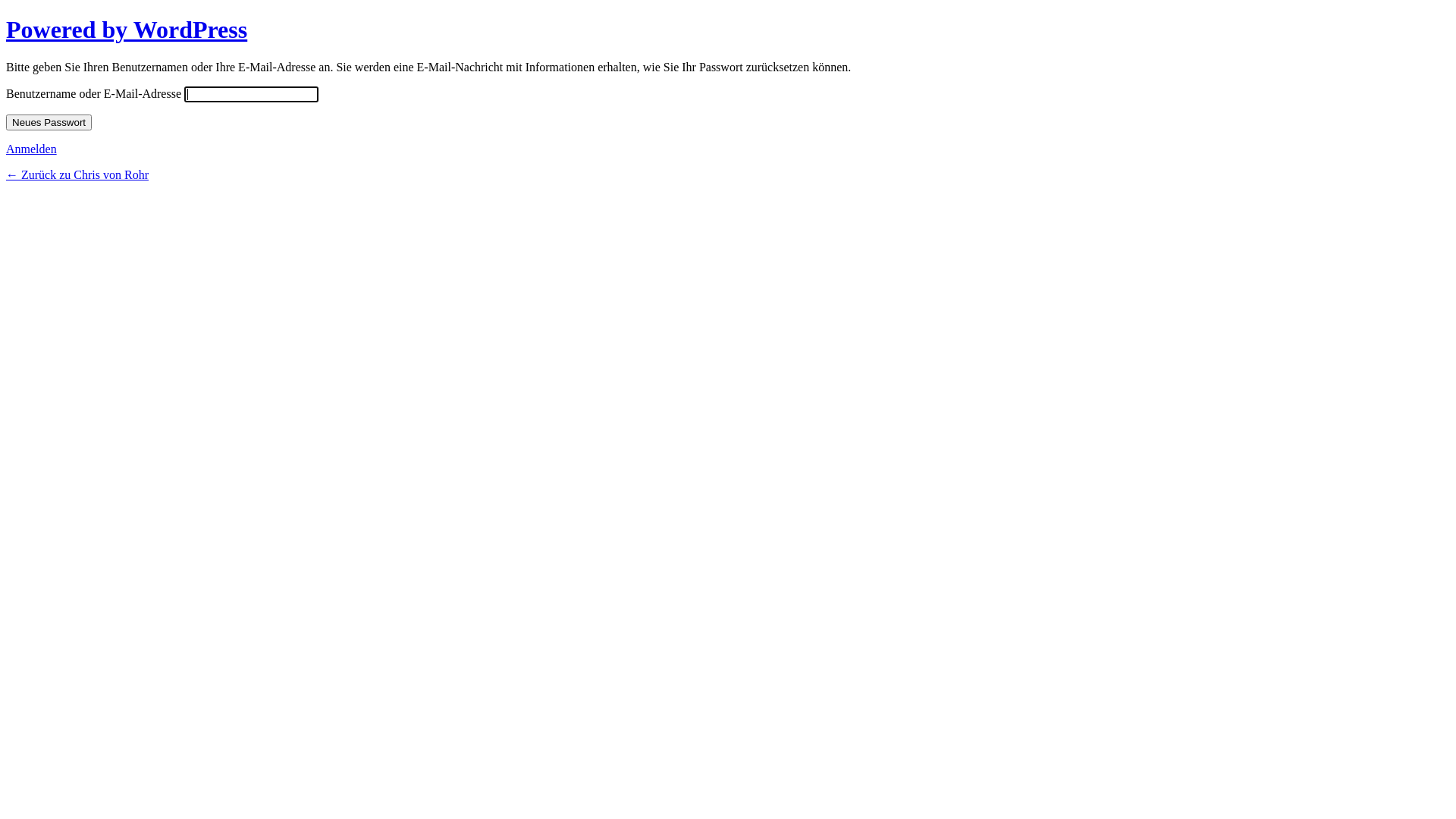 The height and width of the screenshot is (819, 1456). What do you see at coordinates (127, 29) in the screenshot?
I see `'Powered by WordPress'` at bounding box center [127, 29].